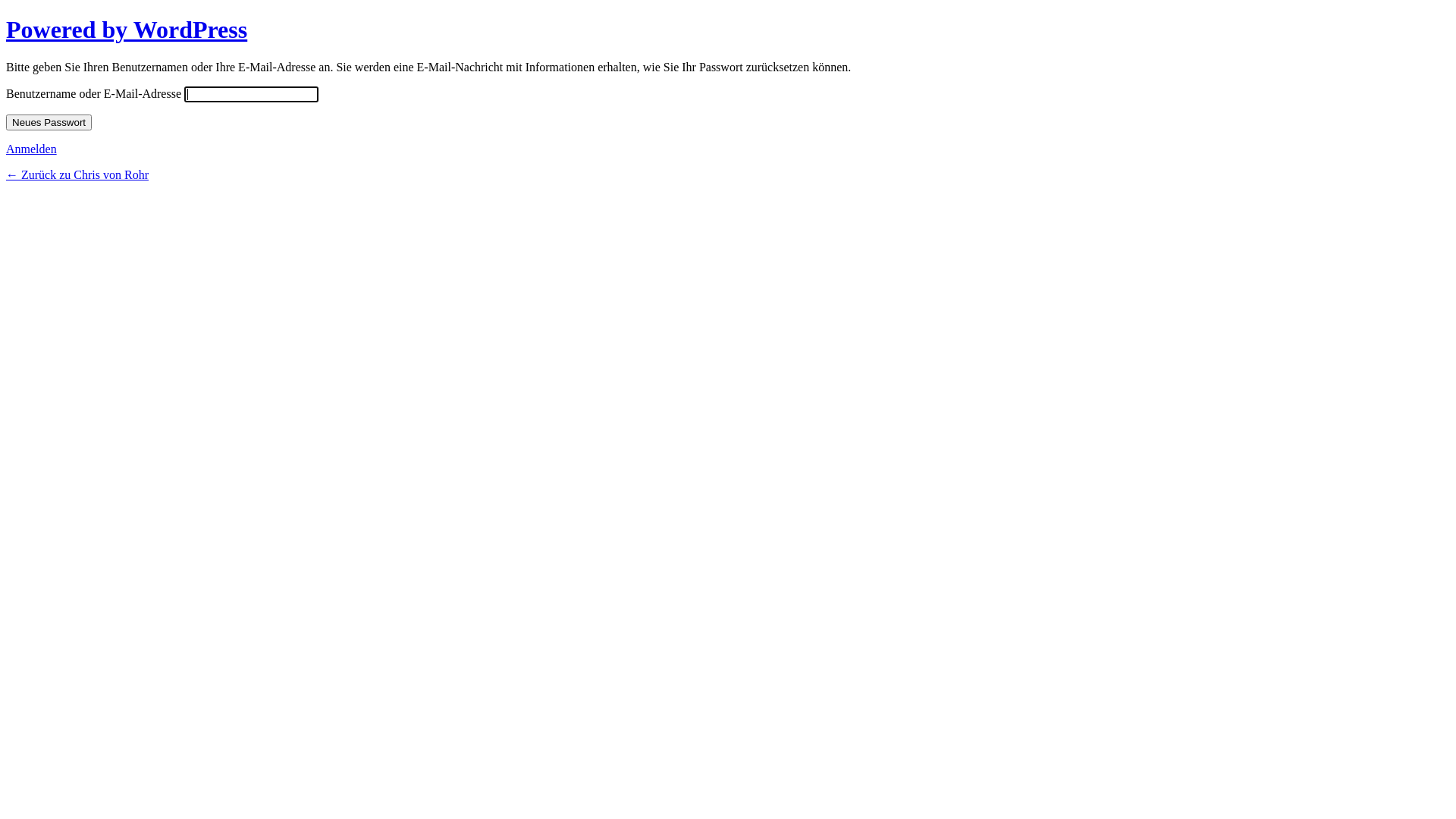 The height and width of the screenshot is (819, 1456). What do you see at coordinates (127, 29) in the screenshot?
I see `'Powered by WordPress'` at bounding box center [127, 29].